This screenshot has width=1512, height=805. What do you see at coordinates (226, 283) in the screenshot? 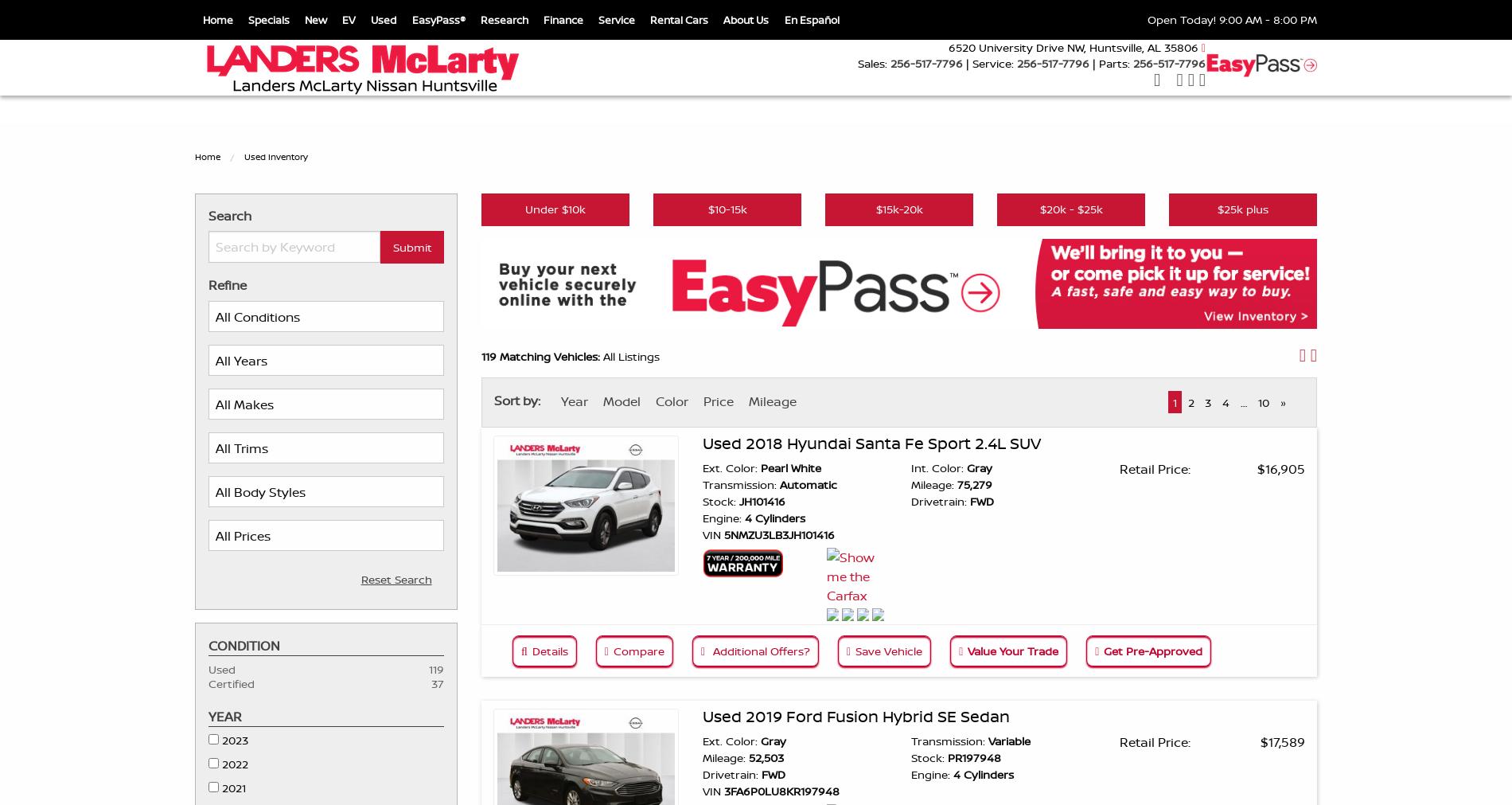
I see `'Refine'` at bounding box center [226, 283].